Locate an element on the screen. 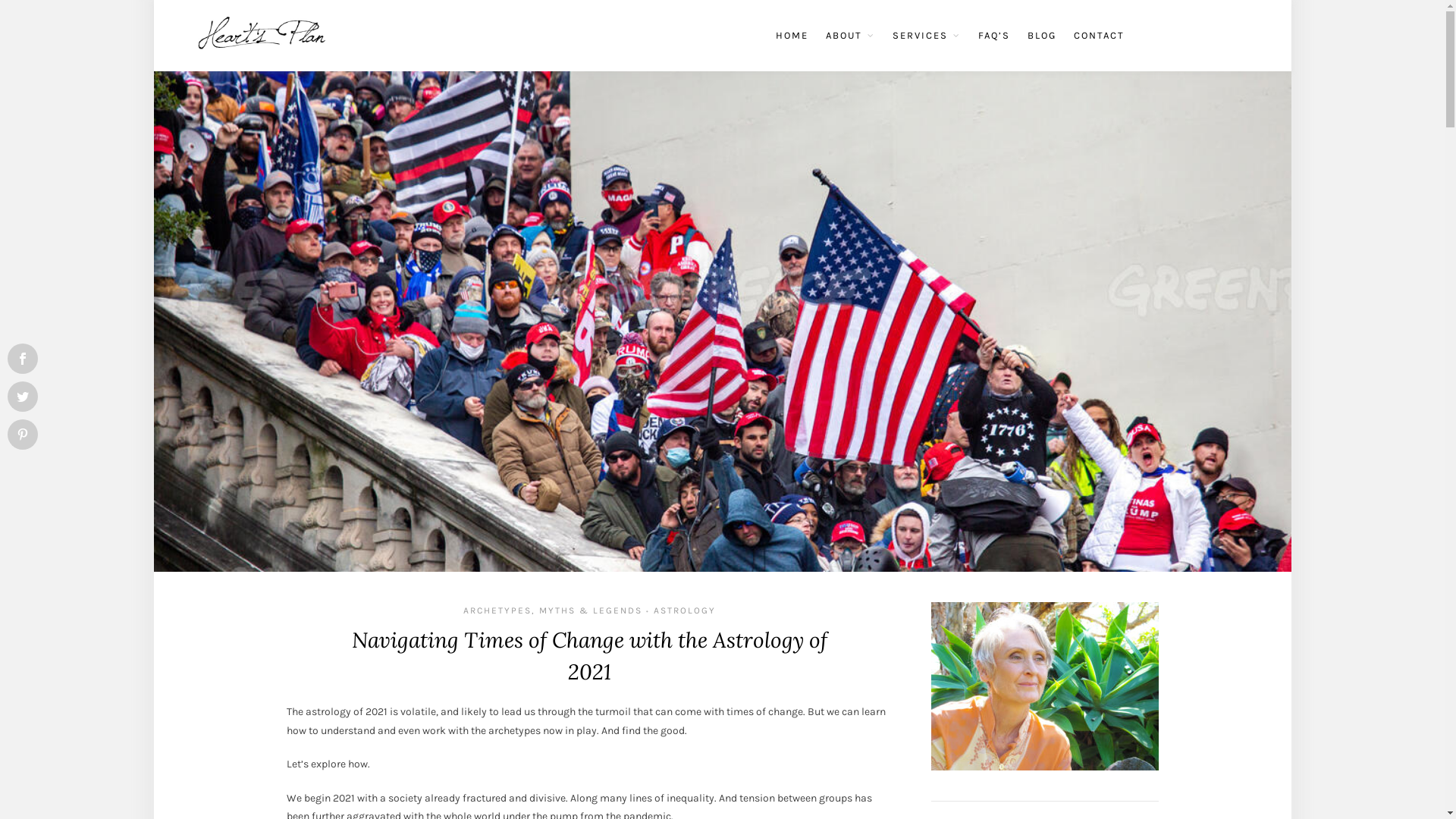 Image resolution: width=1456 pixels, height=819 pixels. 'CONTACT' is located at coordinates (1099, 34).